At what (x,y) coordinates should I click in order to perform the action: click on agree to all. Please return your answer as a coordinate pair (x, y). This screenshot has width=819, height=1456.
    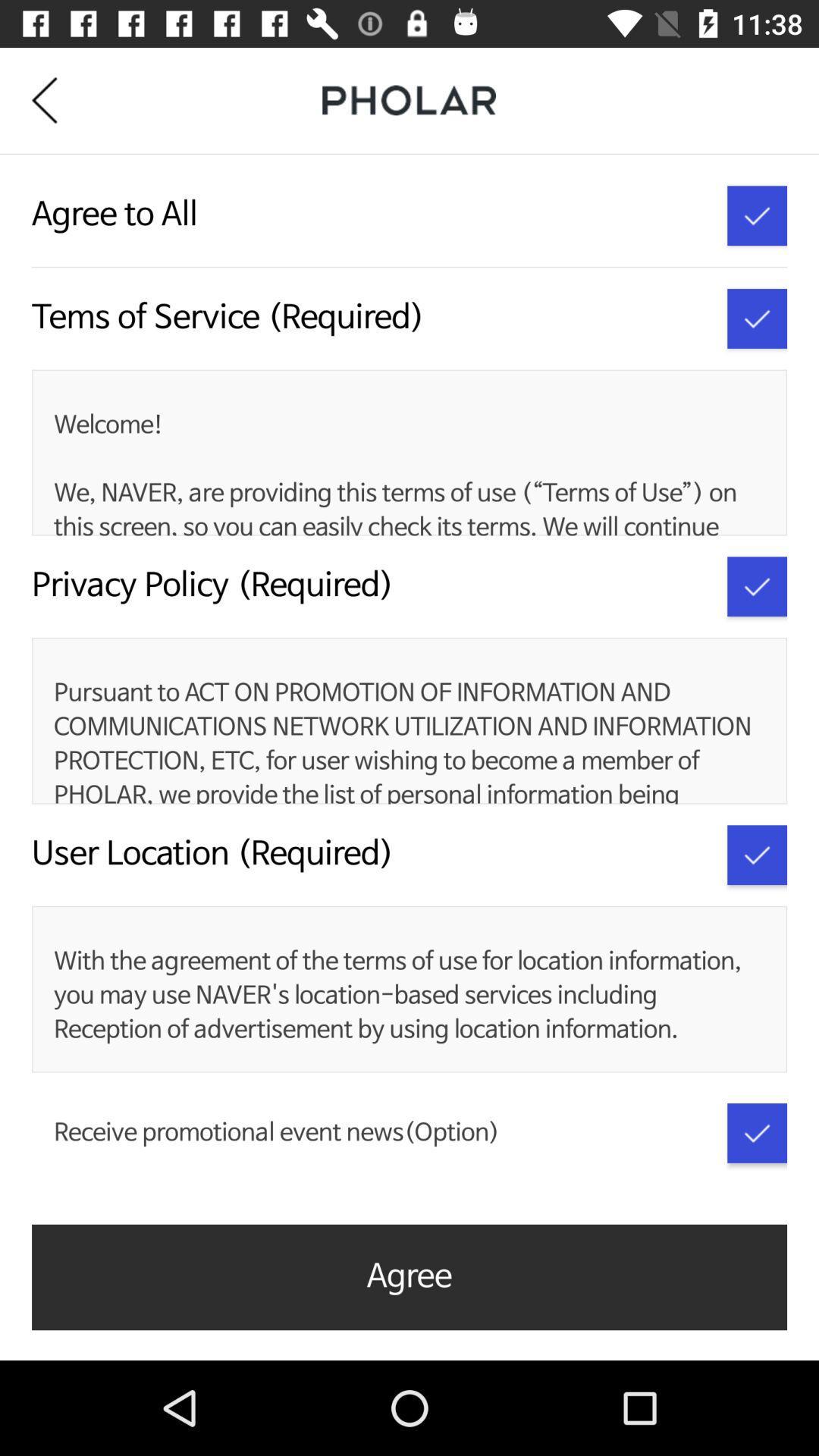
    Looking at the image, I should click on (757, 215).